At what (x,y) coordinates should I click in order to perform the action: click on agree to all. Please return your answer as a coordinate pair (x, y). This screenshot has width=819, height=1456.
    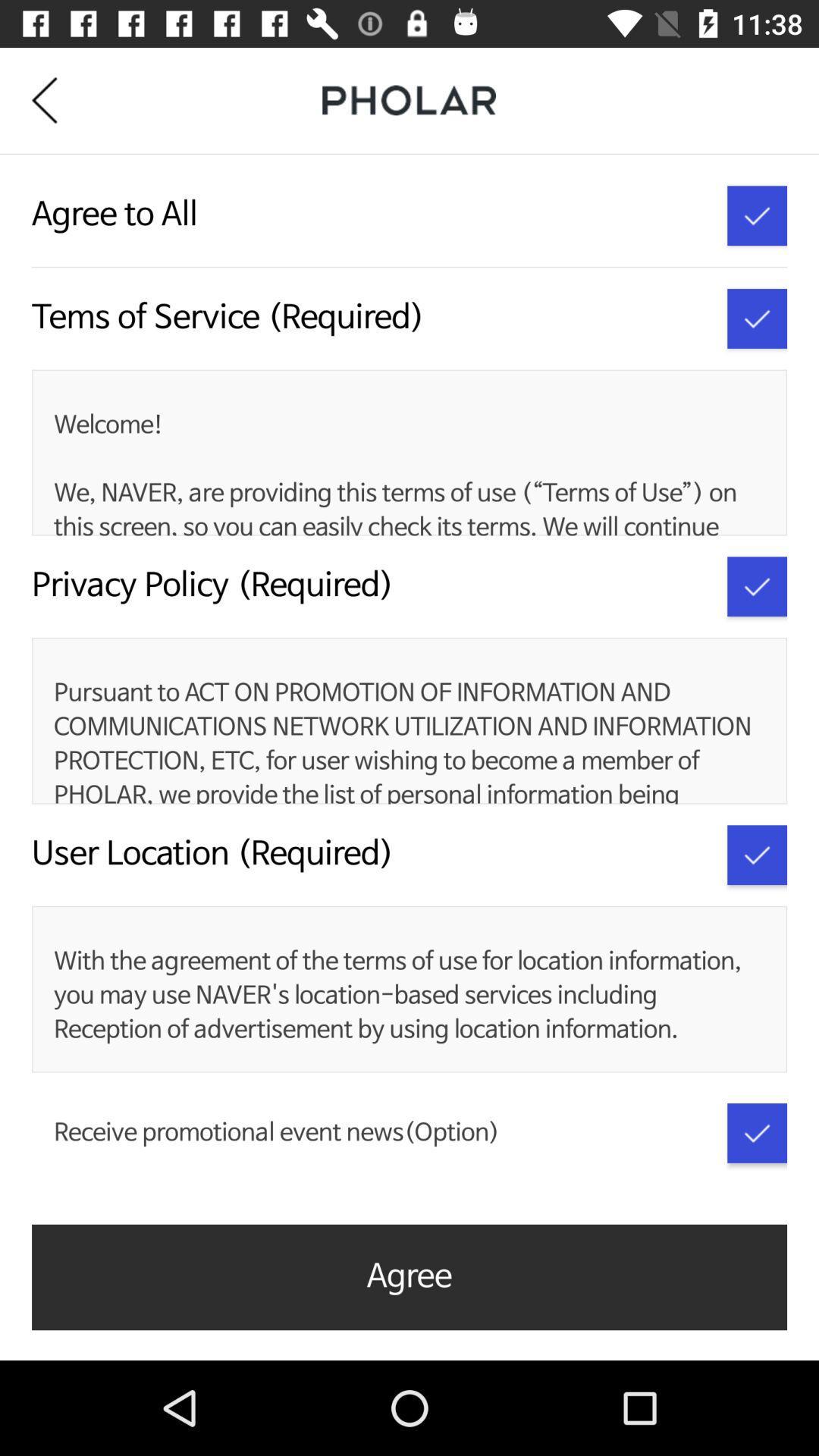
    Looking at the image, I should click on (757, 215).